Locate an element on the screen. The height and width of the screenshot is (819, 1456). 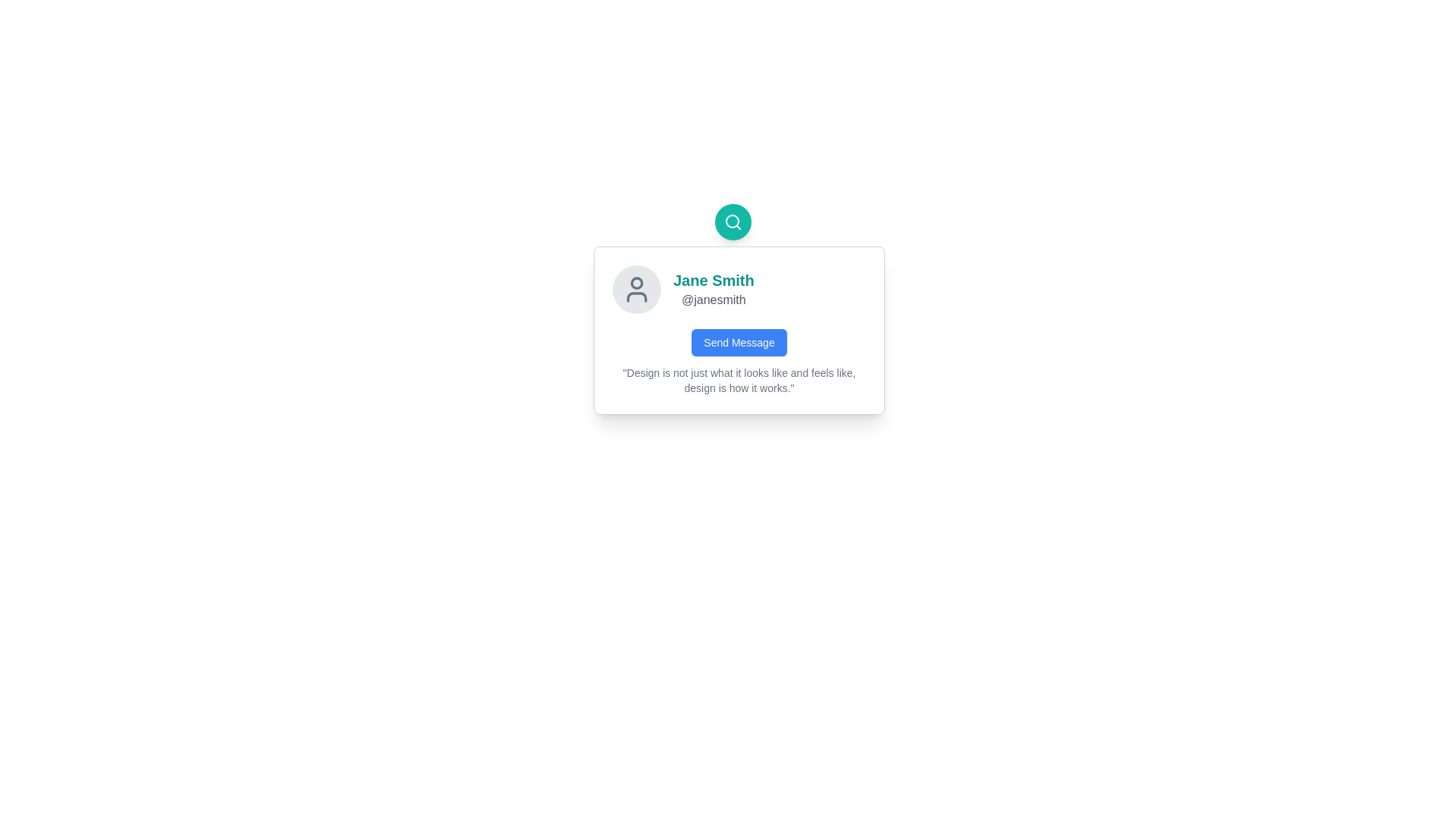
the standalone search or expand button located at the center-top of the profile card is located at coordinates (733, 222).